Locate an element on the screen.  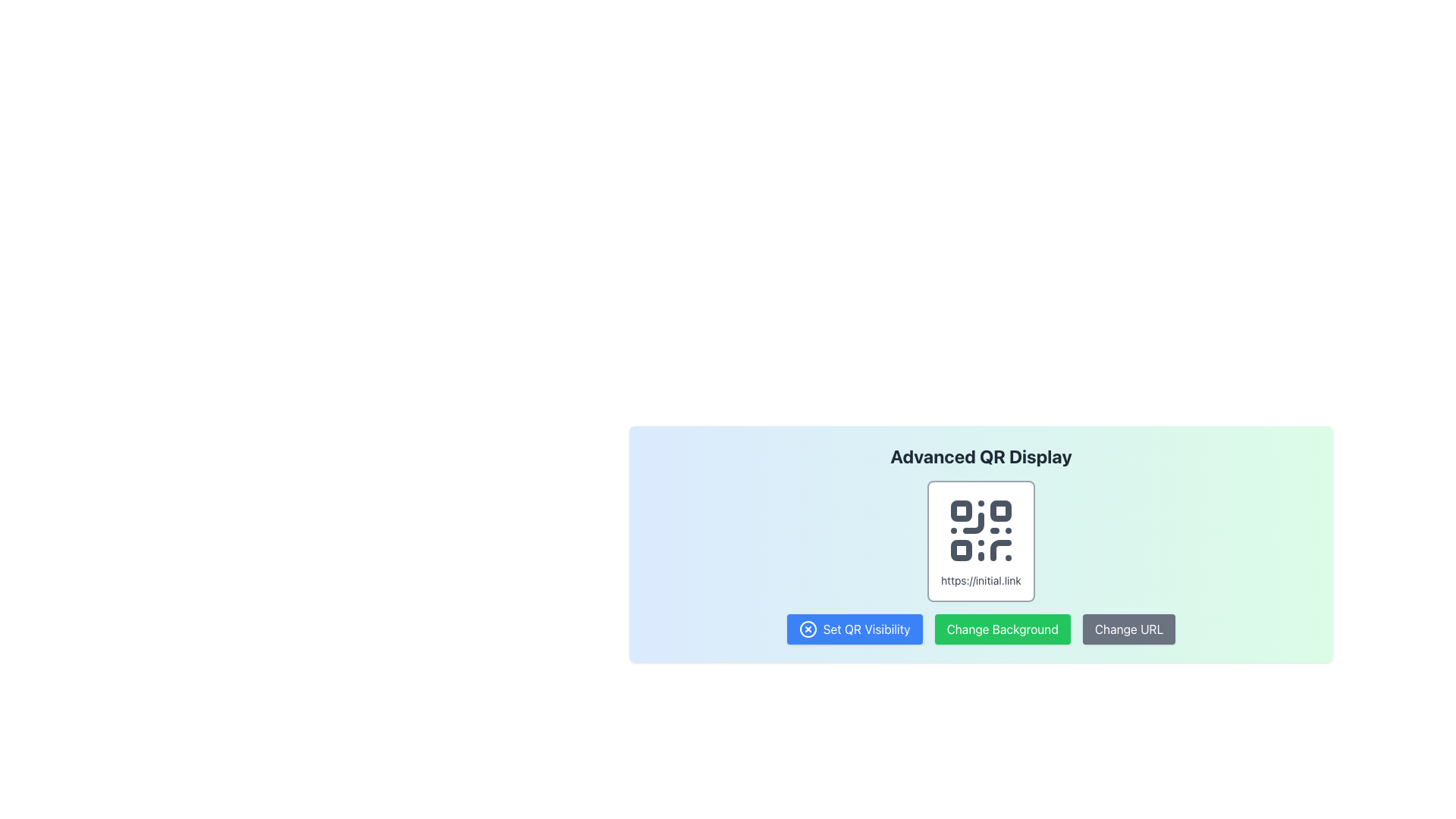
the rightmost button labeled 'Change URL' in the bottom row of buttons is located at coordinates (1128, 629).